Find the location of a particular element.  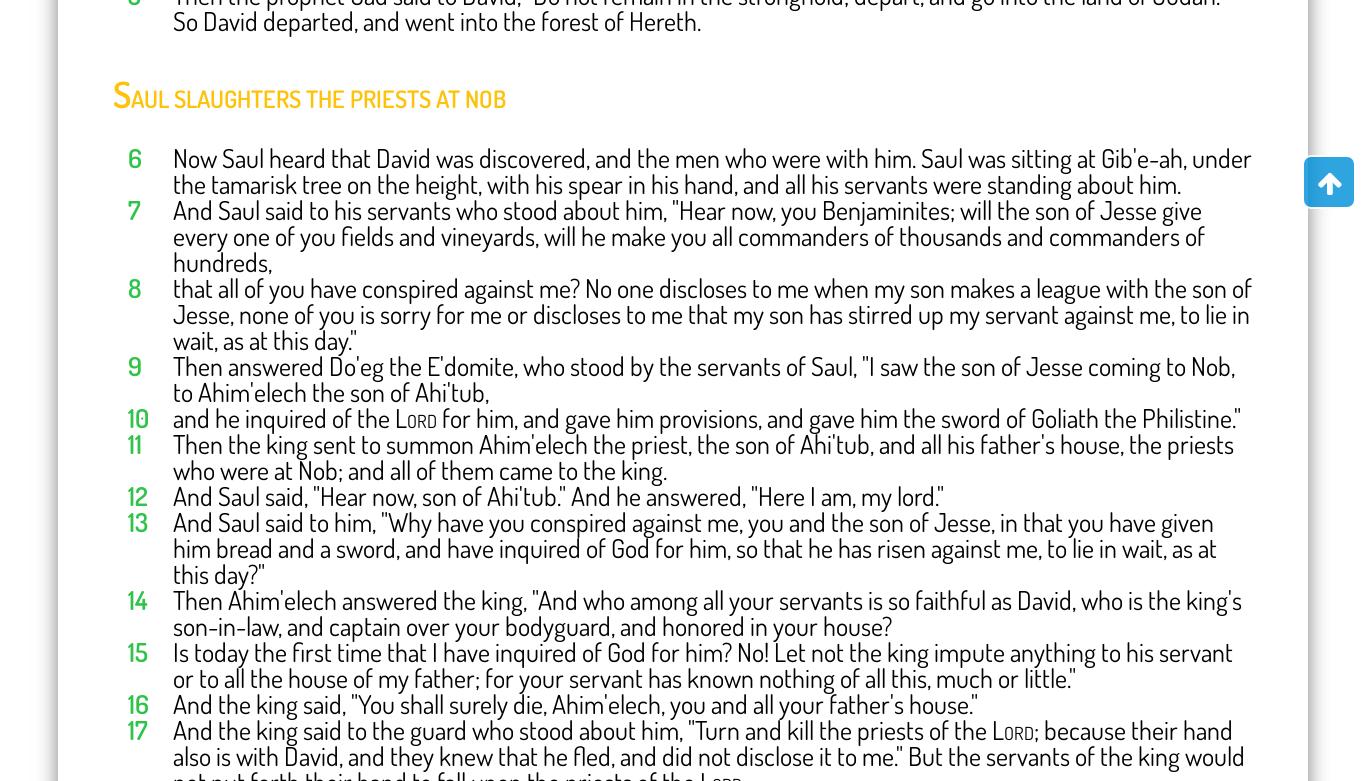

'Then answered Do'eg the E'domite, who stood by the servants of Saul, "I saw the son of Jesse coming to Nob, to Ahim'elech the son of Ahi'tub,' is located at coordinates (704, 377).